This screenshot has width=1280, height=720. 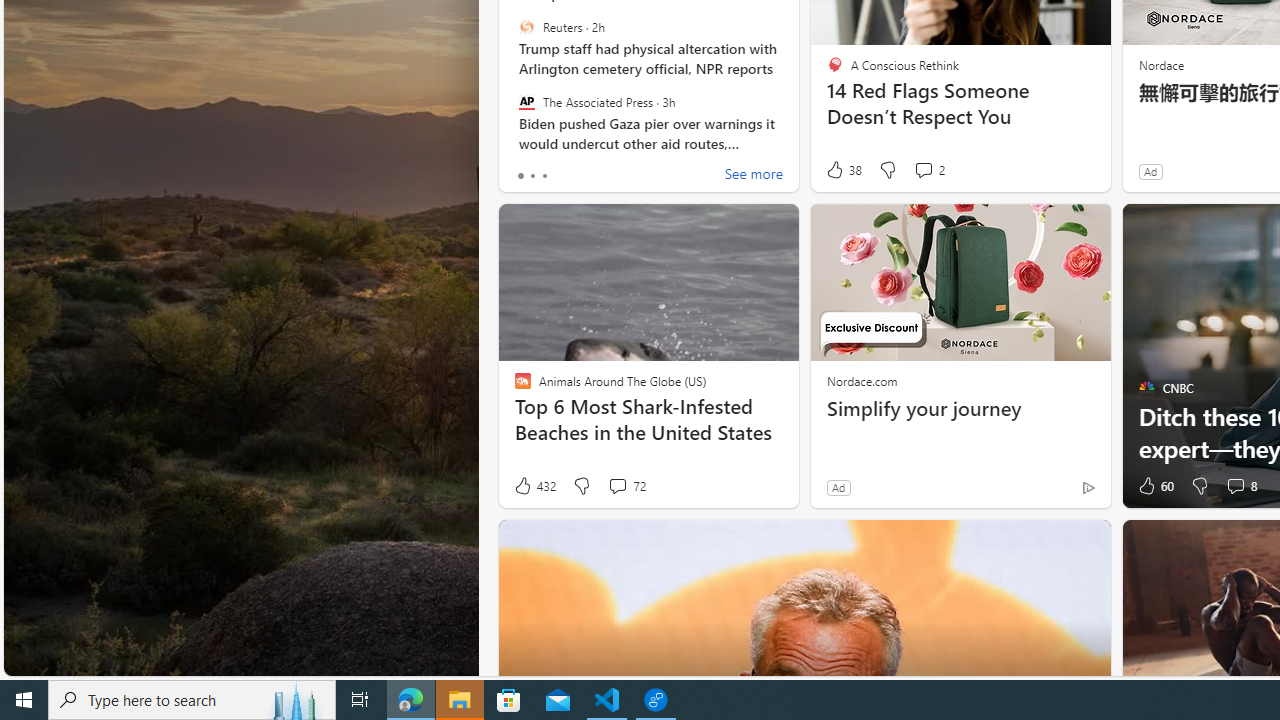 I want to click on '60 Like', so click(x=1154, y=486).